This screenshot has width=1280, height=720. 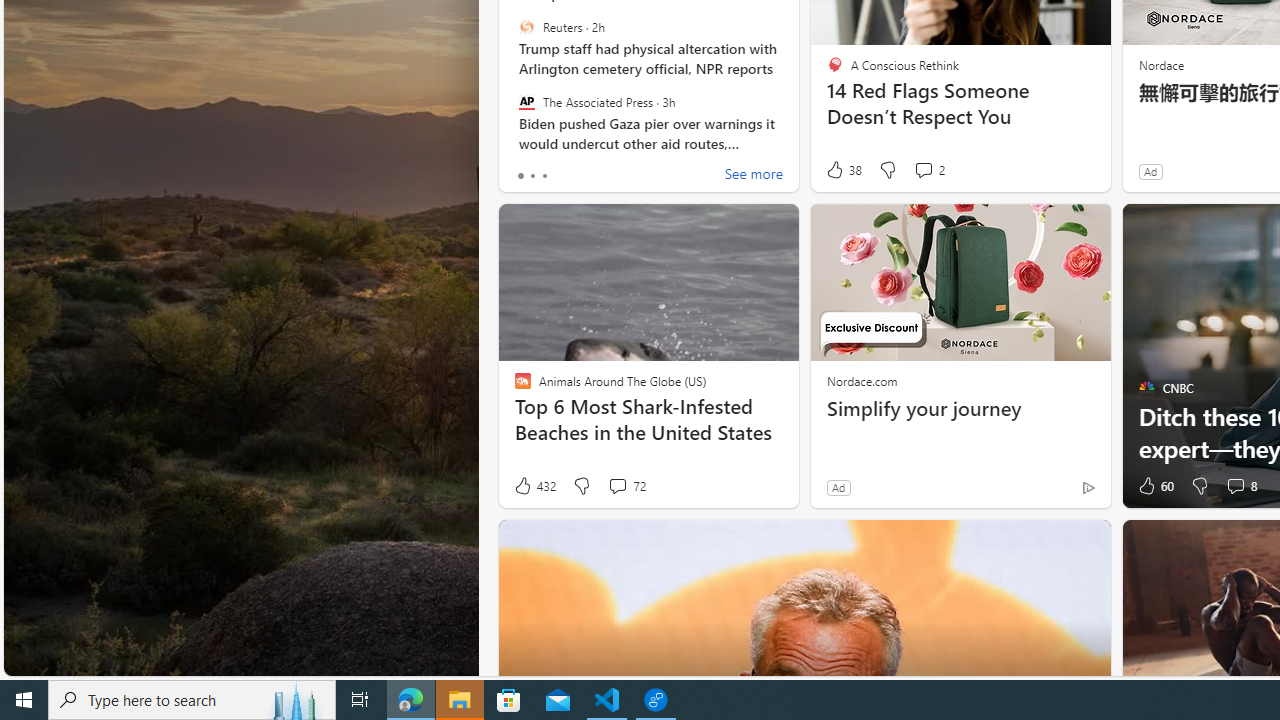 I want to click on '60 Like', so click(x=1154, y=486).